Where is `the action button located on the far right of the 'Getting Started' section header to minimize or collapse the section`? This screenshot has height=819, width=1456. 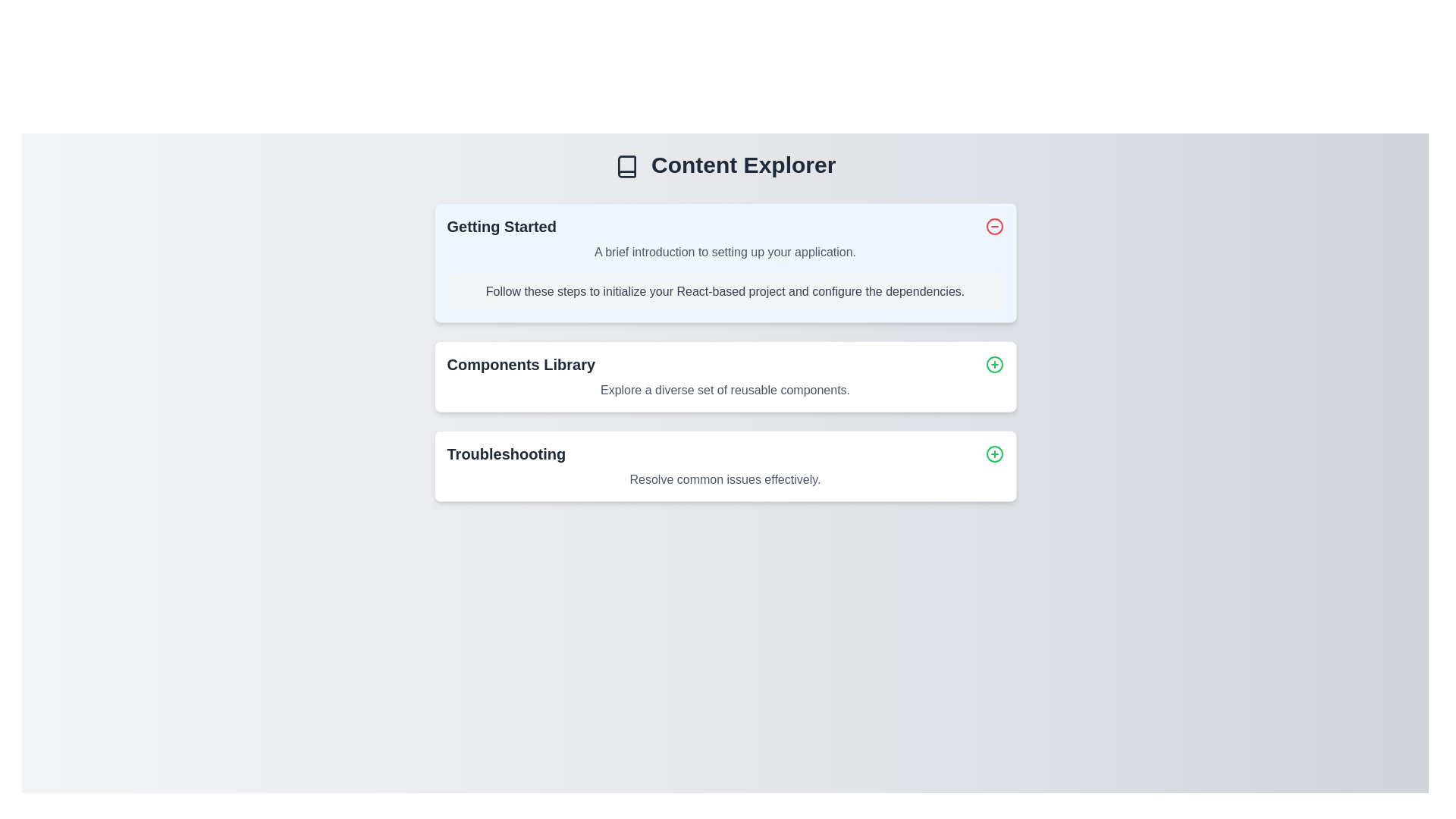
the action button located on the far right of the 'Getting Started' section header to minimize or collapse the section is located at coordinates (994, 227).